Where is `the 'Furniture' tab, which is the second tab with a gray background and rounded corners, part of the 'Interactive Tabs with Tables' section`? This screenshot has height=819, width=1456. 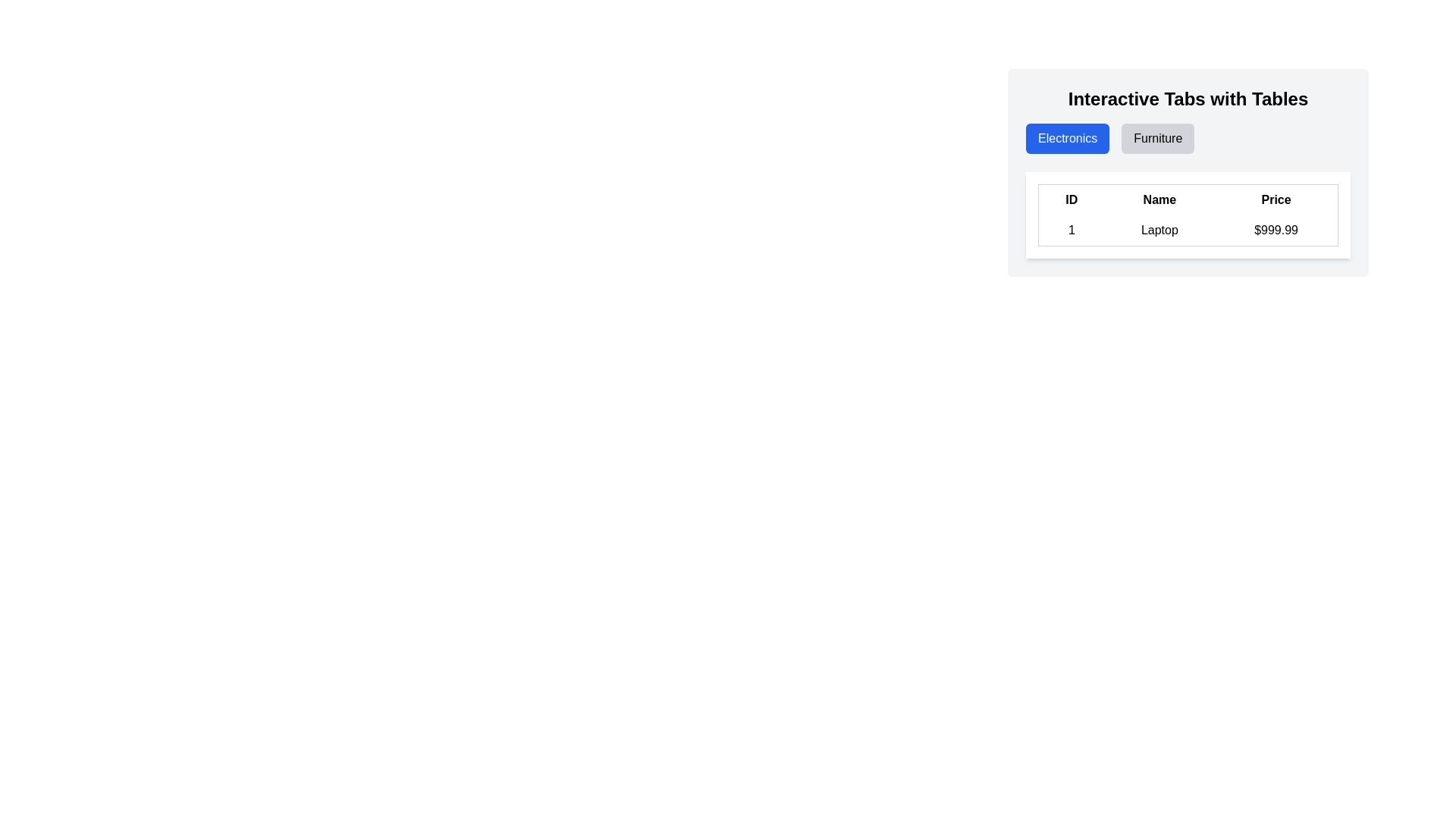 the 'Furniture' tab, which is the second tab with a gray background and rounded corners, part of the 'Interactive Tabs with Tables' section is located at coordinates (1157, 138).